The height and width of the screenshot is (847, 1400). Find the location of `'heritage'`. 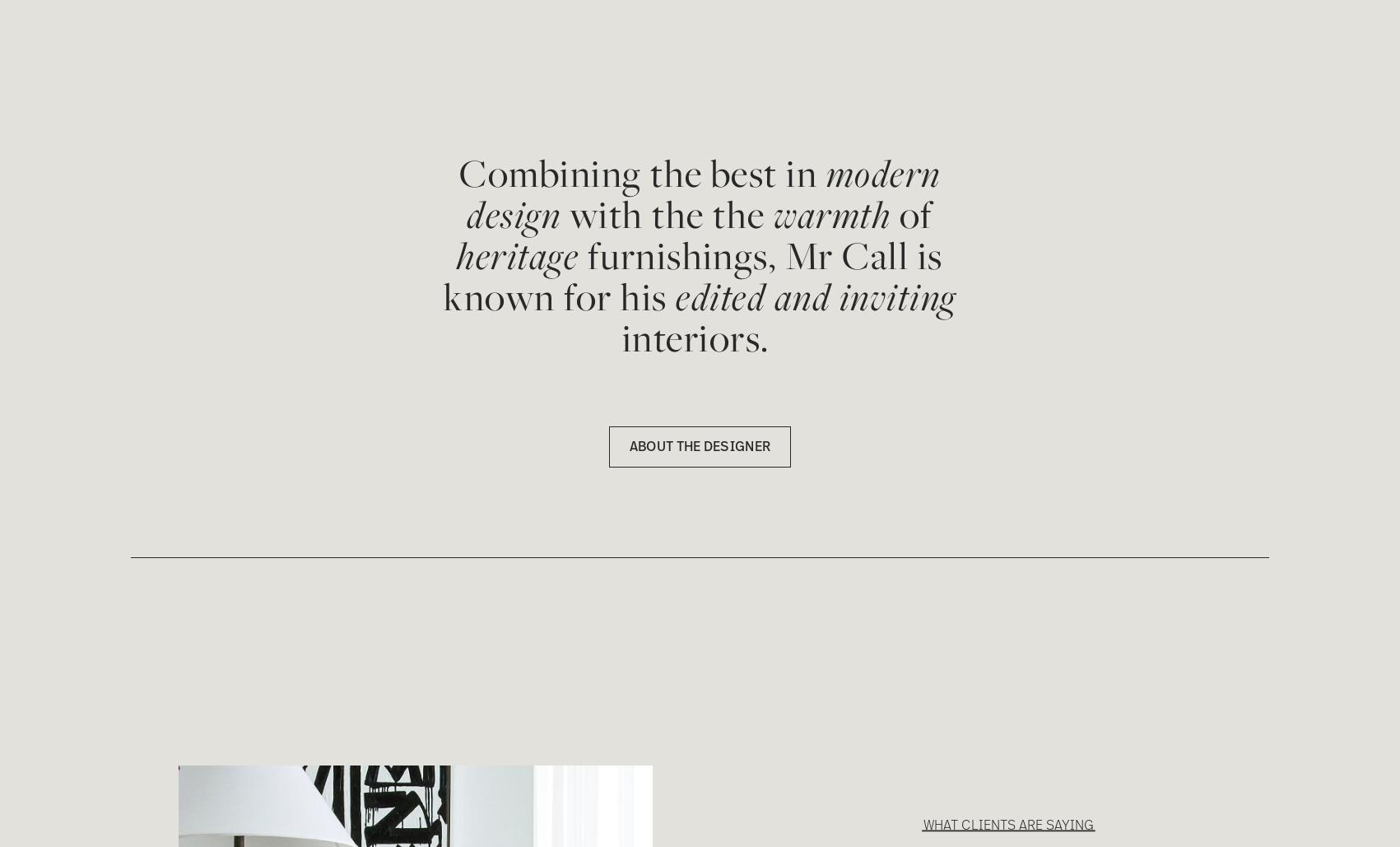

'heritage' is located at coordinates (517, 255).